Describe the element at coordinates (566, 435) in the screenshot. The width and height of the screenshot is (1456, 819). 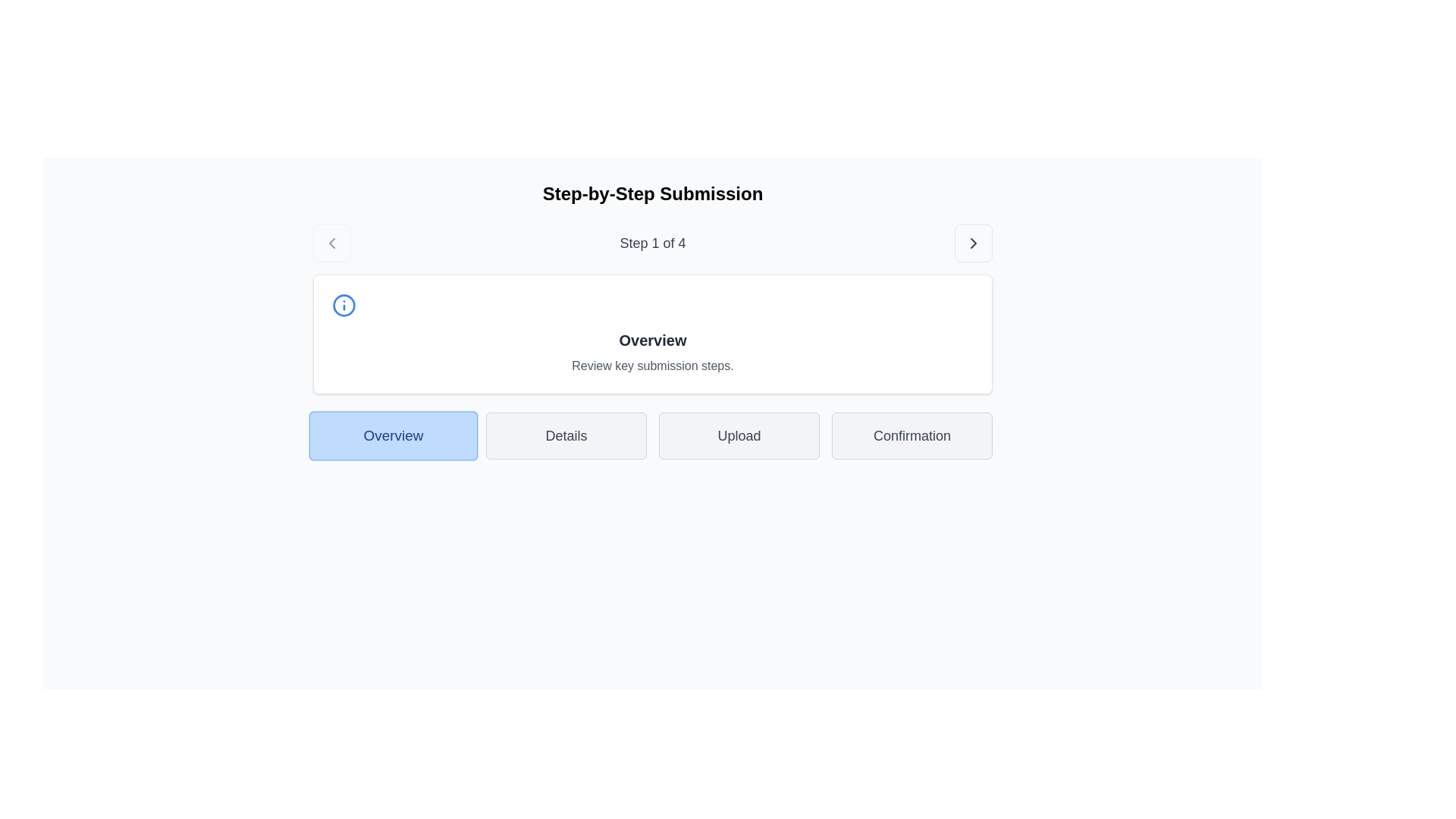
I see `the 'Details' button, which is the second button in a row of four equal-sized boxes located near the bottom-center of the interface` at that location.